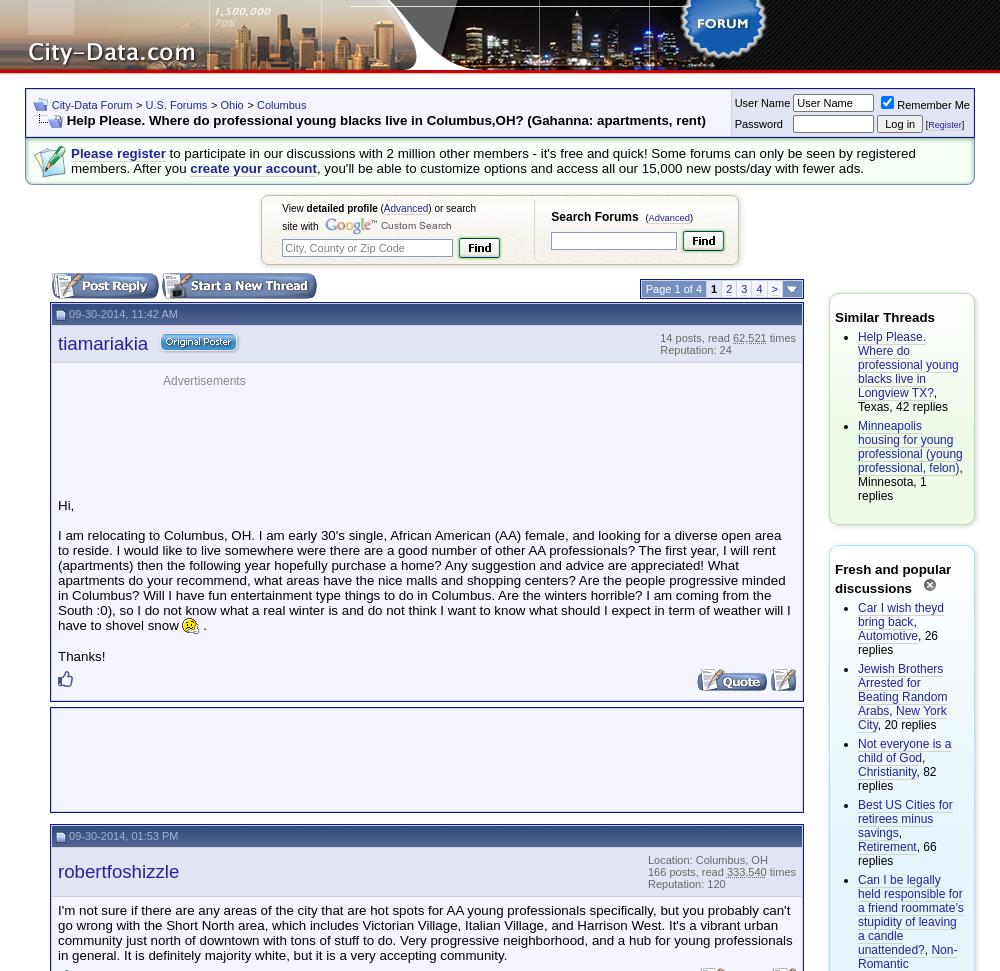 The image size is (1000, 971). What do you see at coordinates (887, 772) in the screenshot?
I see `'Christianity'` at bounding box center [887, 772].